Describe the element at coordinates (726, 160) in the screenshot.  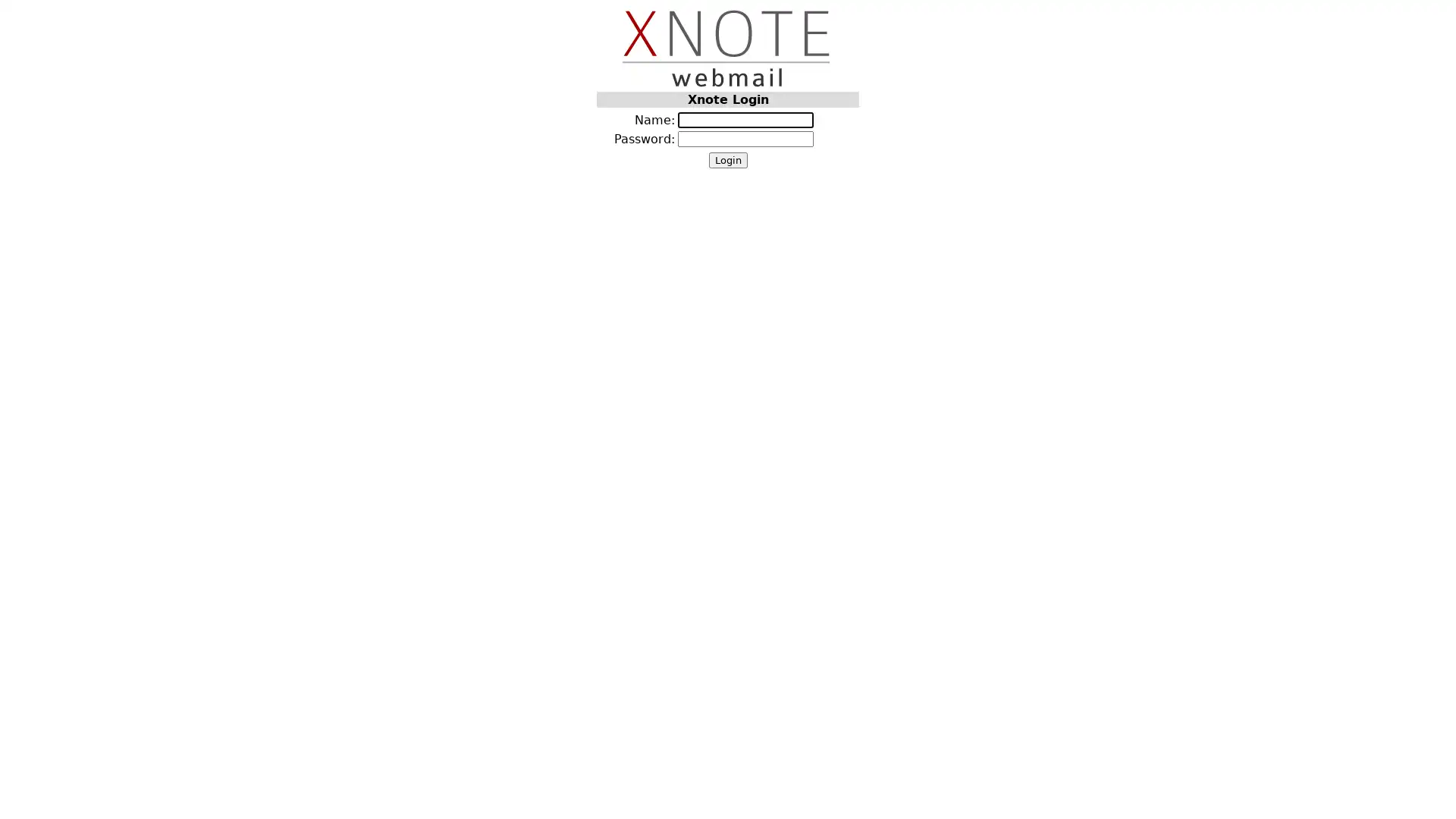
I see `Login` at that location.